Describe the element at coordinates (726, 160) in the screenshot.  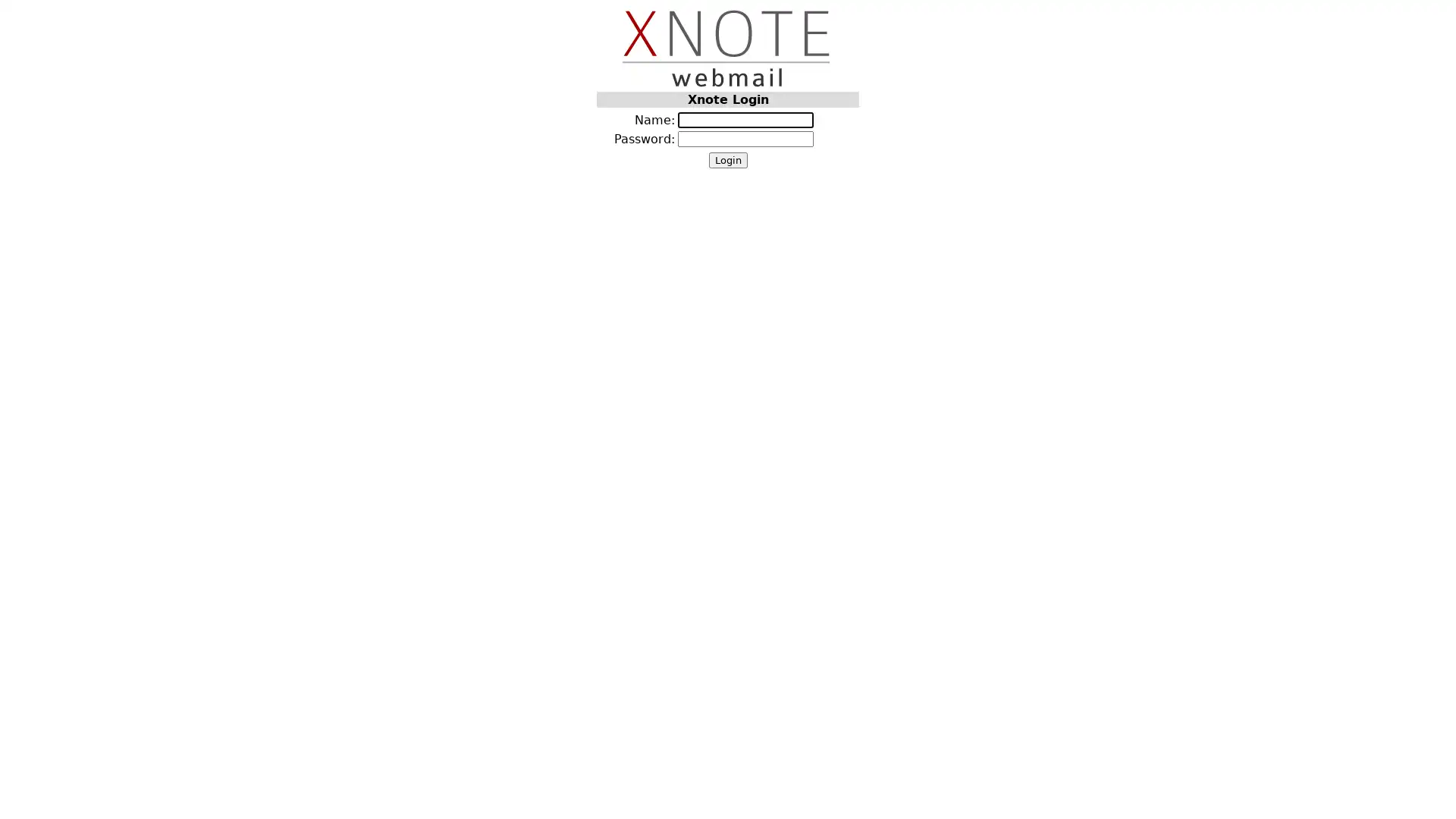
I see `Login` at that location.